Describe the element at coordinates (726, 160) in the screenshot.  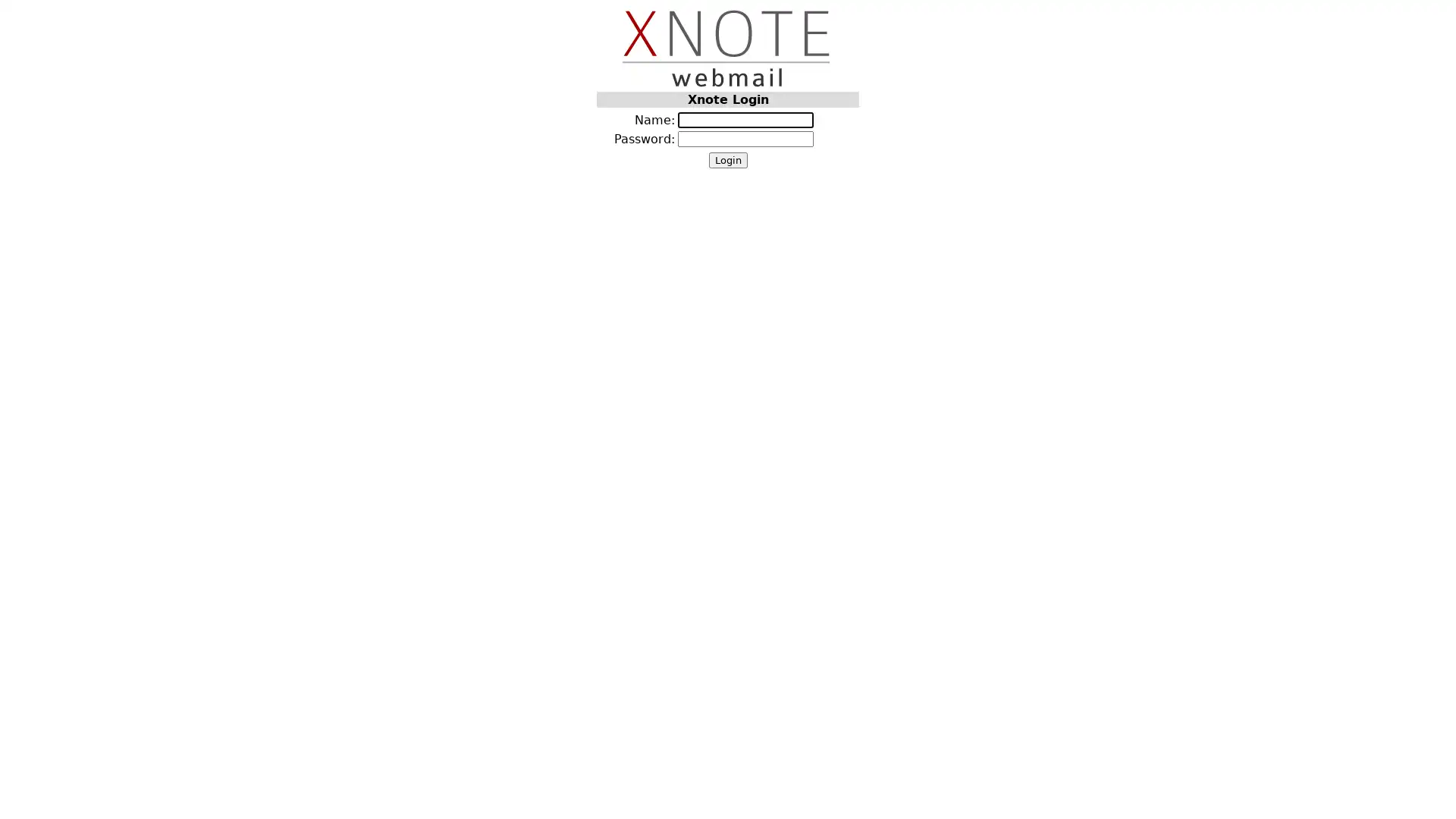
I see `Login` at that location.